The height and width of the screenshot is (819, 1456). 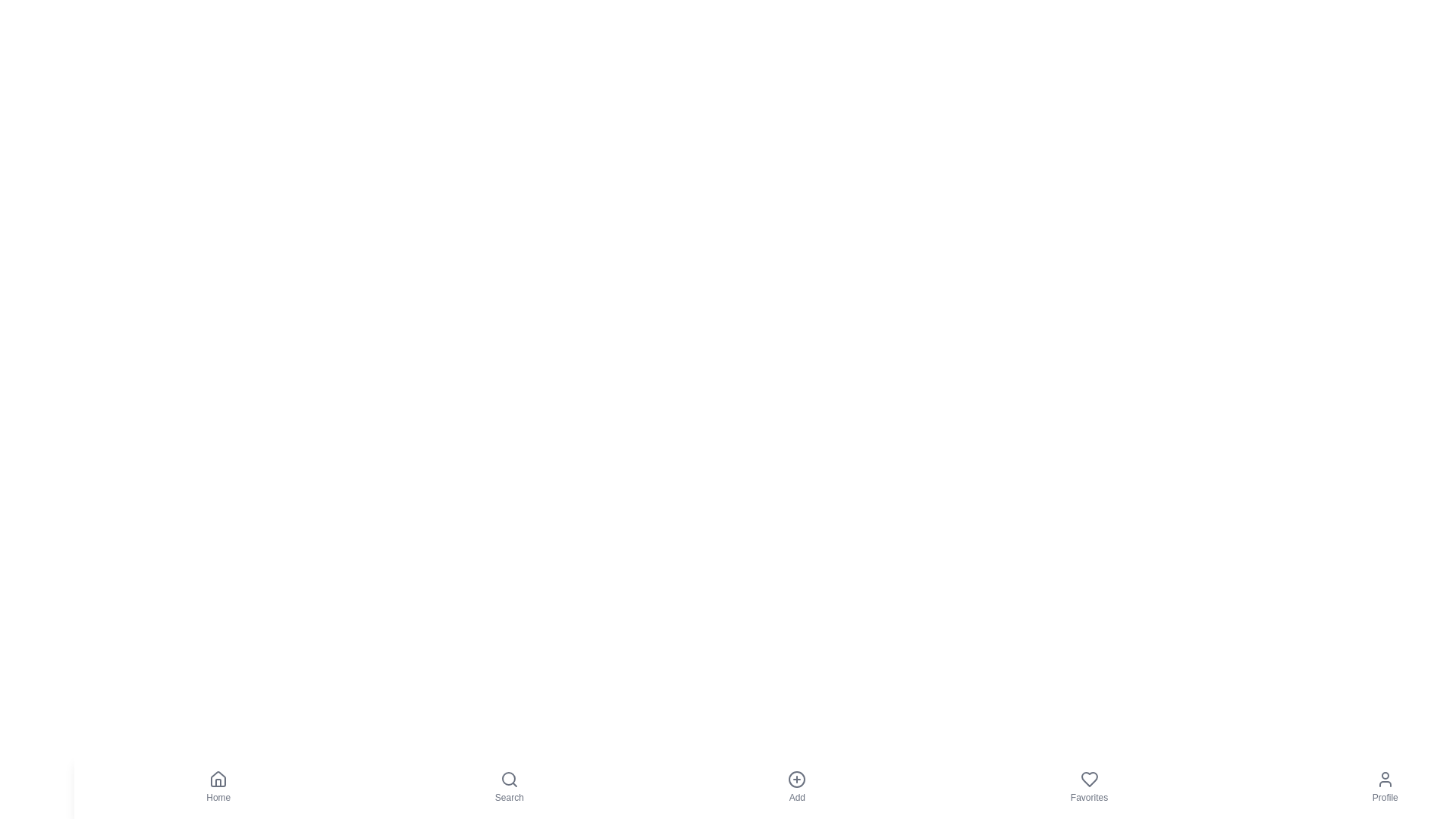 I want to click on the 'Add' text label located below the circular '+' icon in the bottom navigation bar, so click(x=796, y=797).